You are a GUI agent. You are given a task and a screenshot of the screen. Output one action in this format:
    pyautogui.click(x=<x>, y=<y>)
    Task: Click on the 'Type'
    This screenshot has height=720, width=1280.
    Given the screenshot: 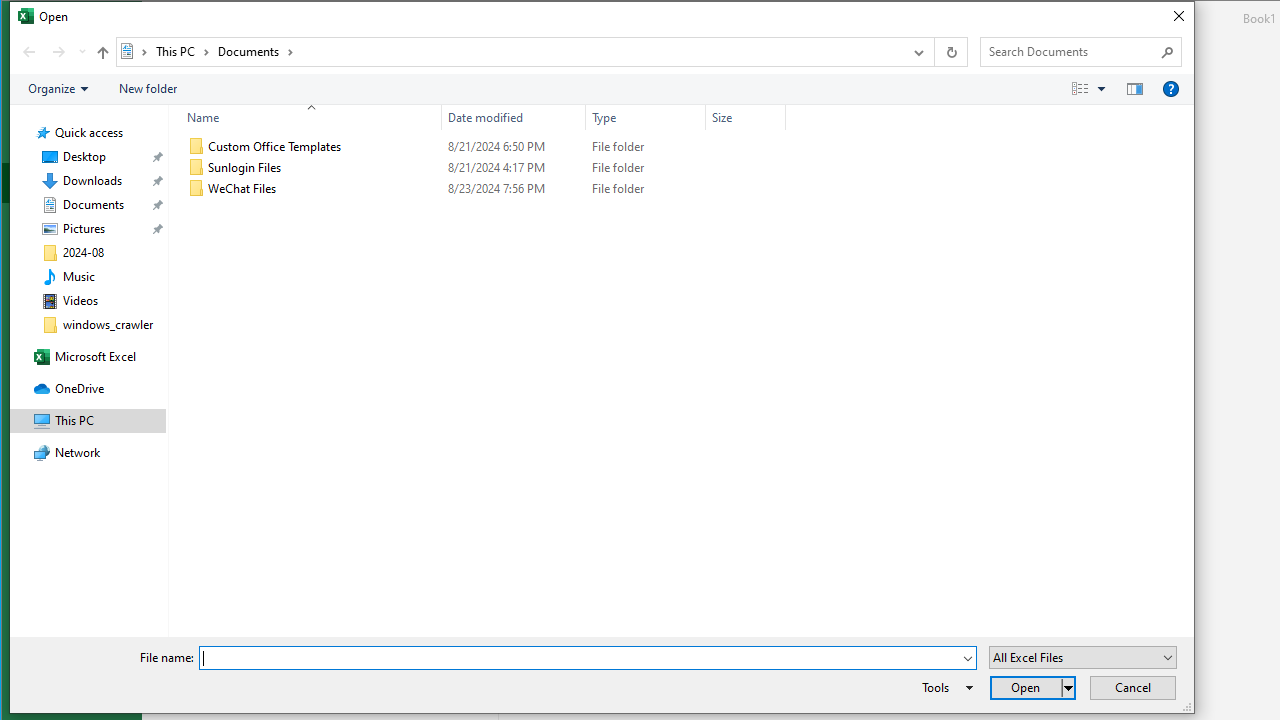 What is the action you would take?
    pyautogui.click(x=646, y=117)
    